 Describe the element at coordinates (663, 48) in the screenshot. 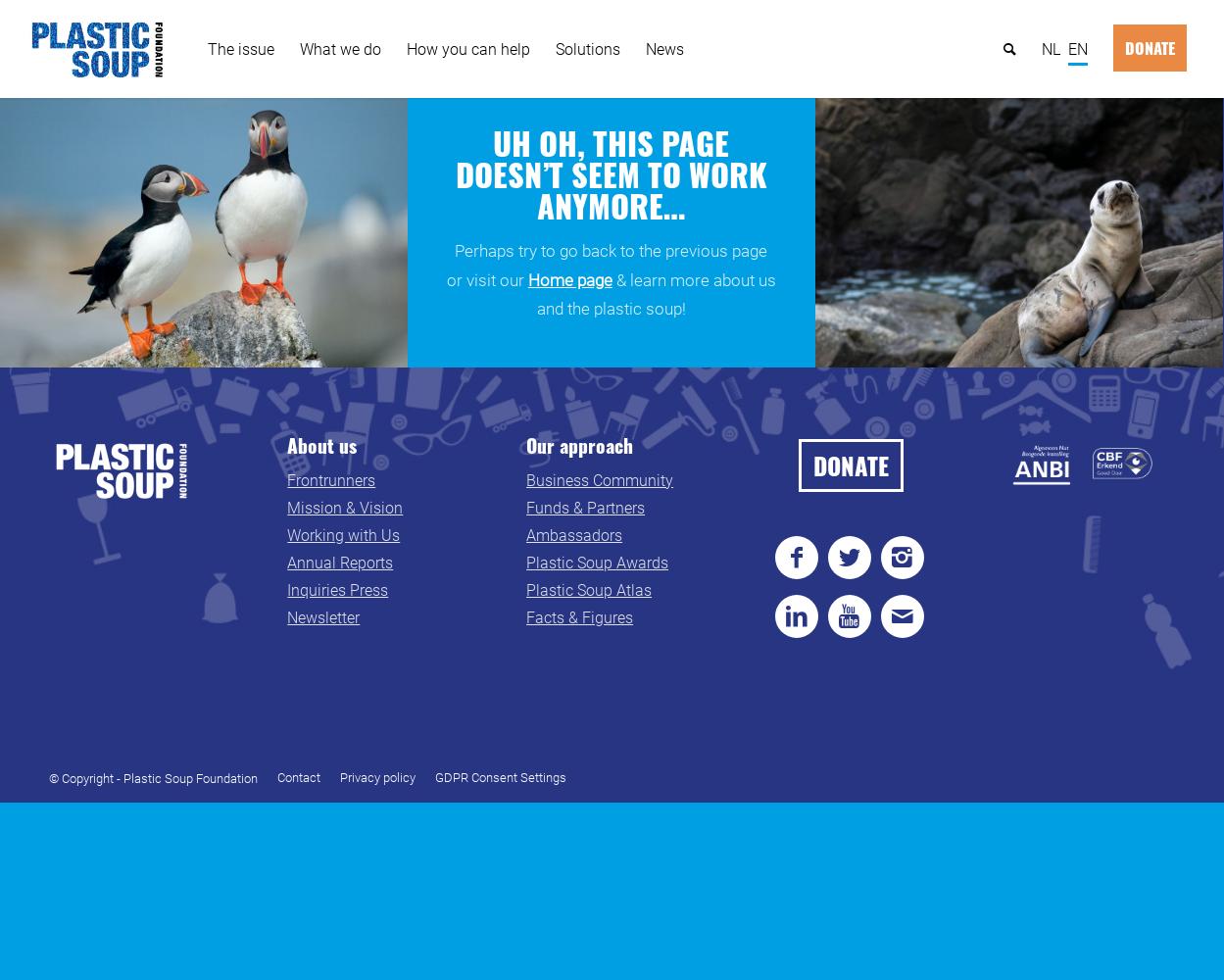

I see `'News'` at that location.